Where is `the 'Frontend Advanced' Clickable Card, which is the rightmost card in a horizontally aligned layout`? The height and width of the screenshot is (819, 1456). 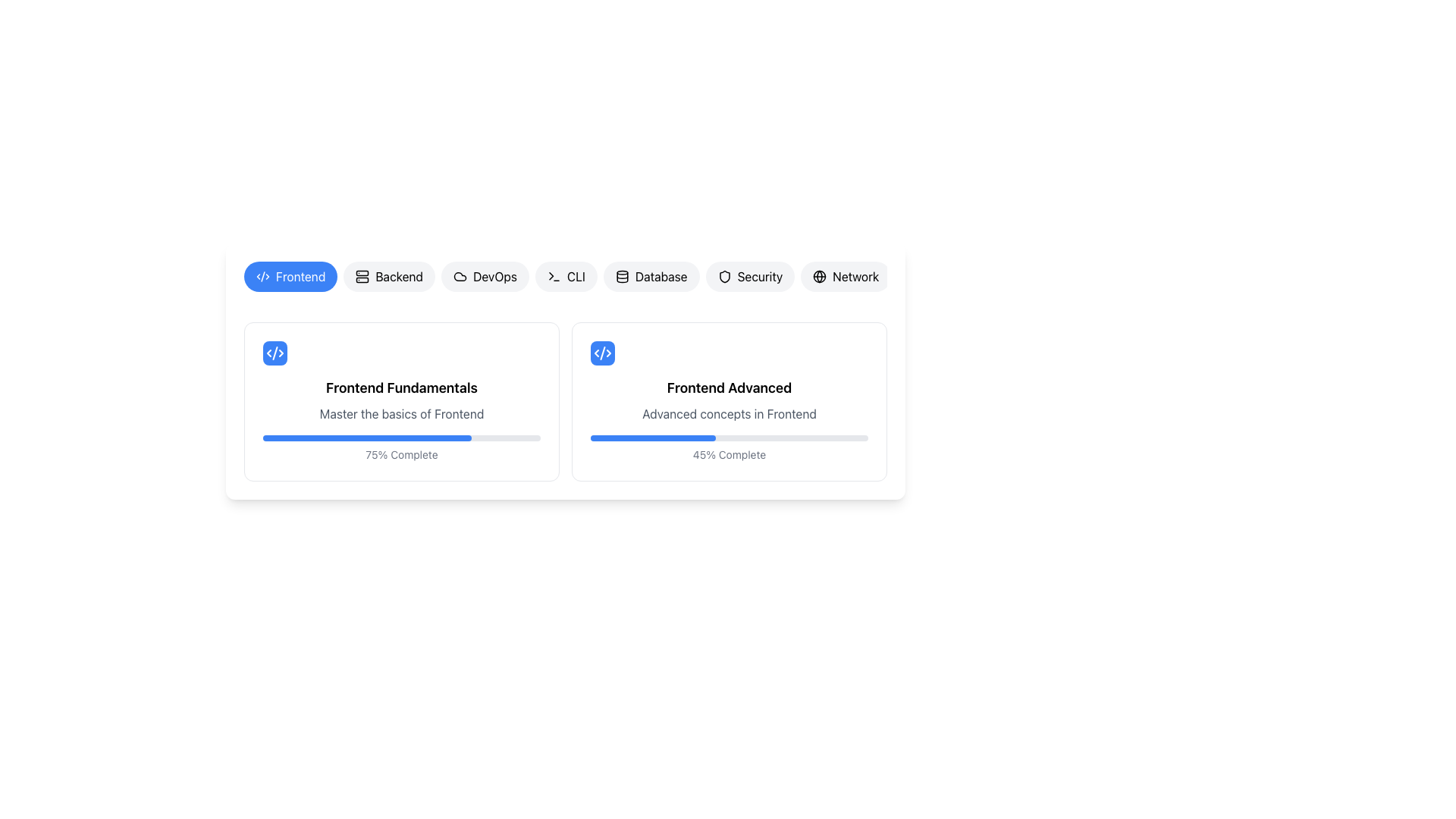 the 'Frontend Advanced' Clickable Card, which is the rightmost card in a horizontally aligned layout is located at coordinates (729, 400).